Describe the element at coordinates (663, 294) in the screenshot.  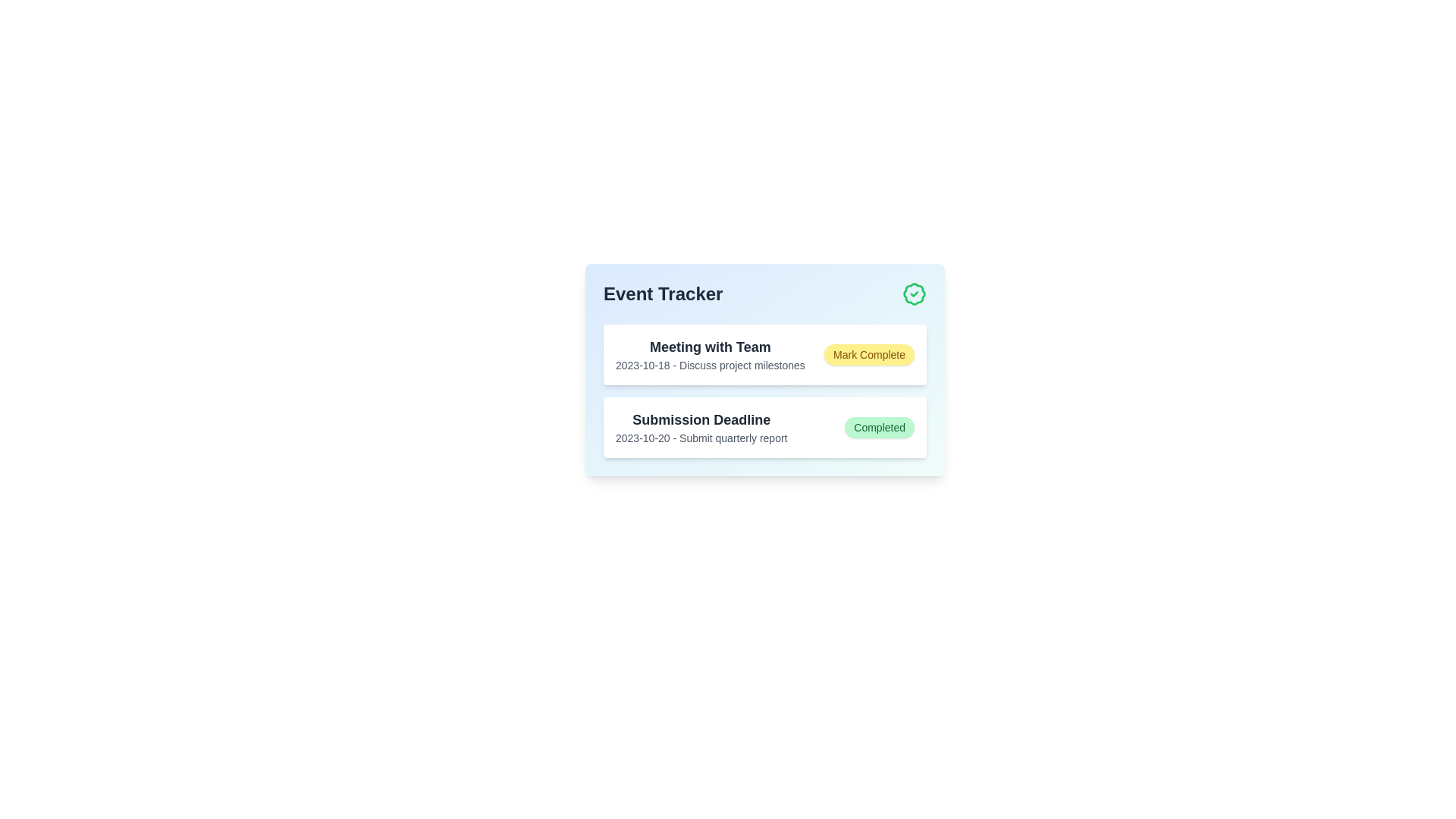
I see `text content of the title located at the top-left corner of the blue card interface, which indicates the event tracking feature` at that location.